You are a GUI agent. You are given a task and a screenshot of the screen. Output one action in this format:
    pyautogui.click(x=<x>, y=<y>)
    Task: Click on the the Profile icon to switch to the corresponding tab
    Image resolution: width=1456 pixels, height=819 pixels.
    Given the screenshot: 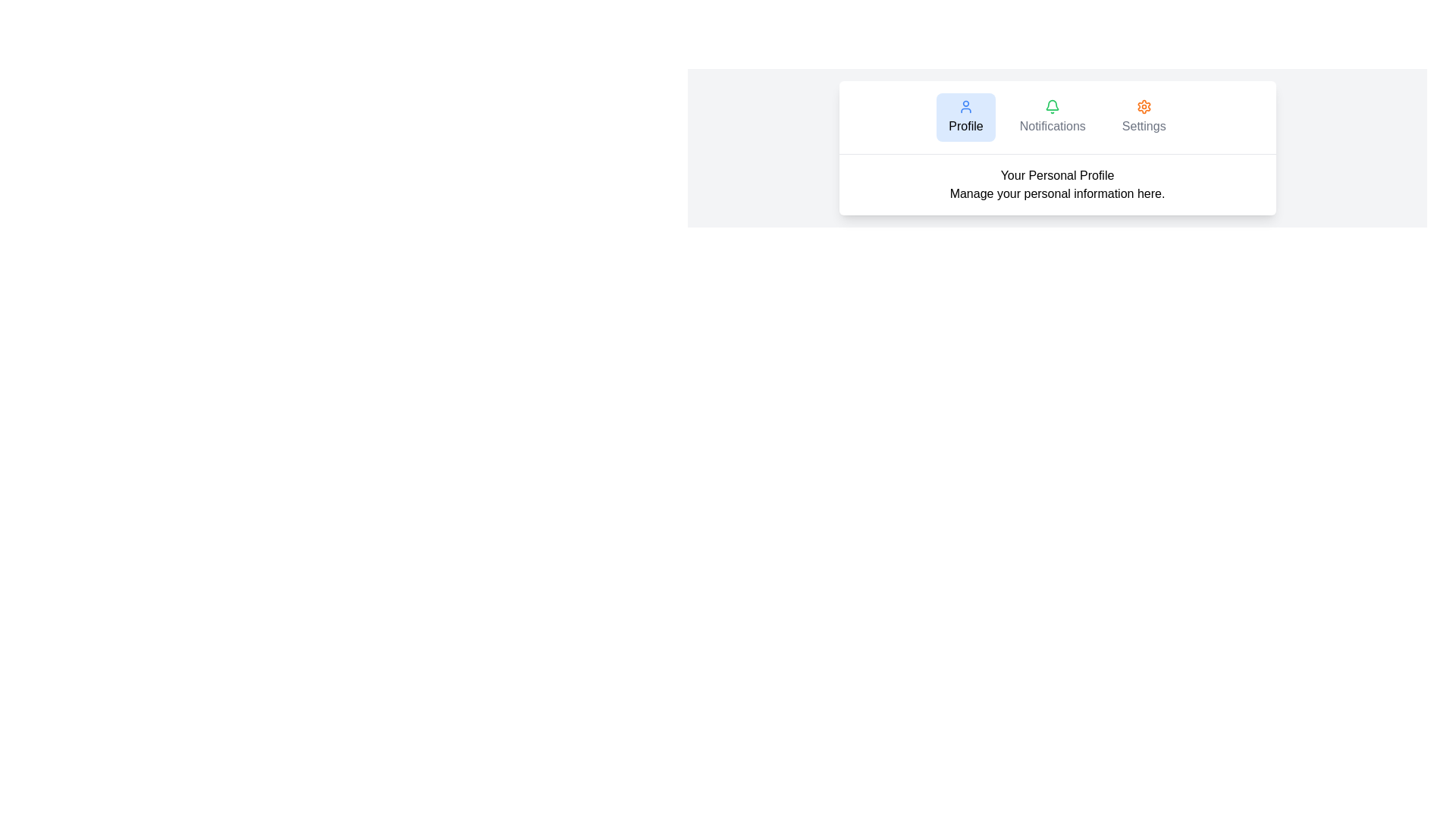 What is the action you would take?
    pyautogui.click(x=965, y=106)
    